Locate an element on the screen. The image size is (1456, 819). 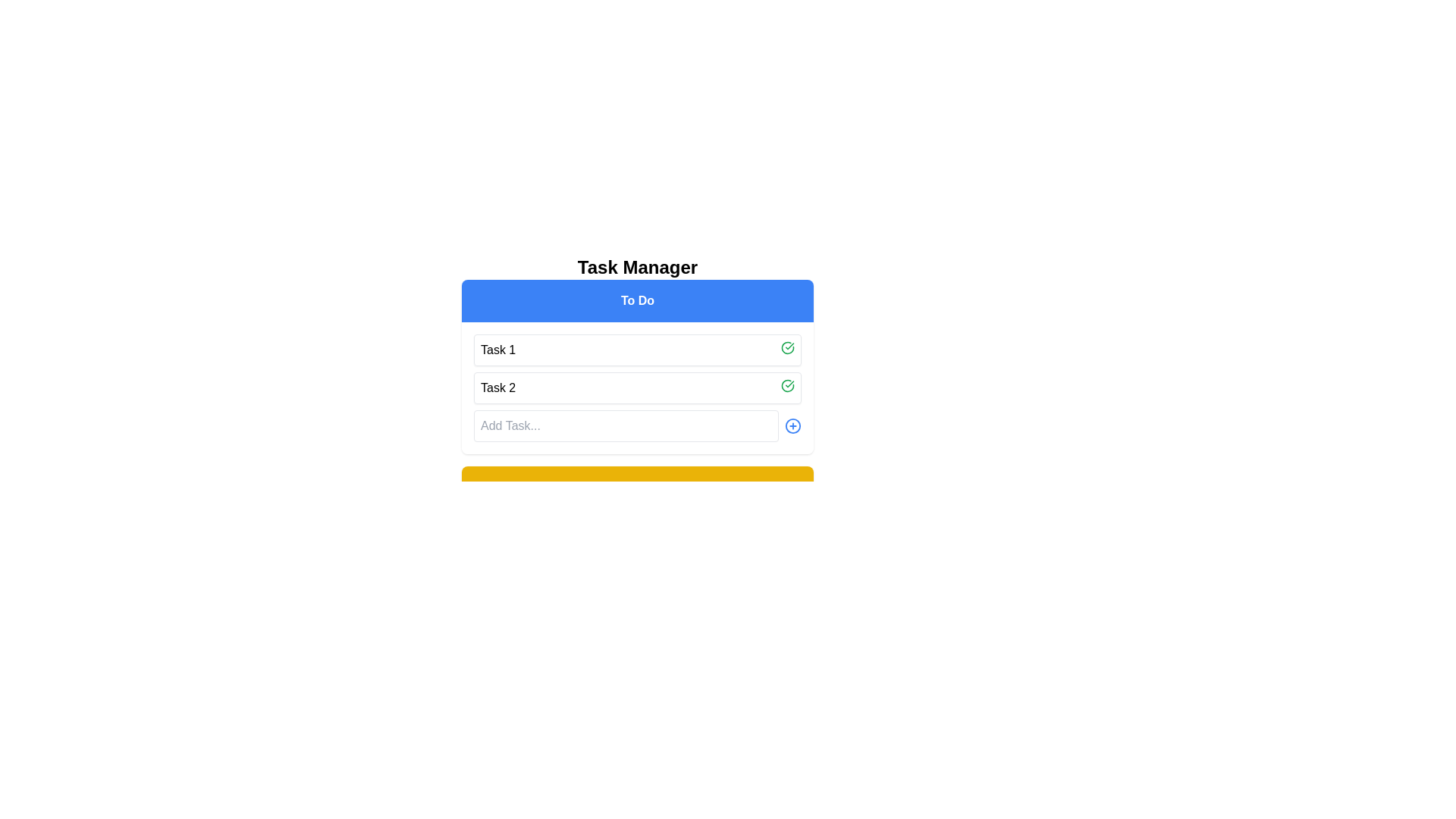
the quick action button located to the right of the input field with placeholder text 'Add Task...' is located at coordinates (792, 426).